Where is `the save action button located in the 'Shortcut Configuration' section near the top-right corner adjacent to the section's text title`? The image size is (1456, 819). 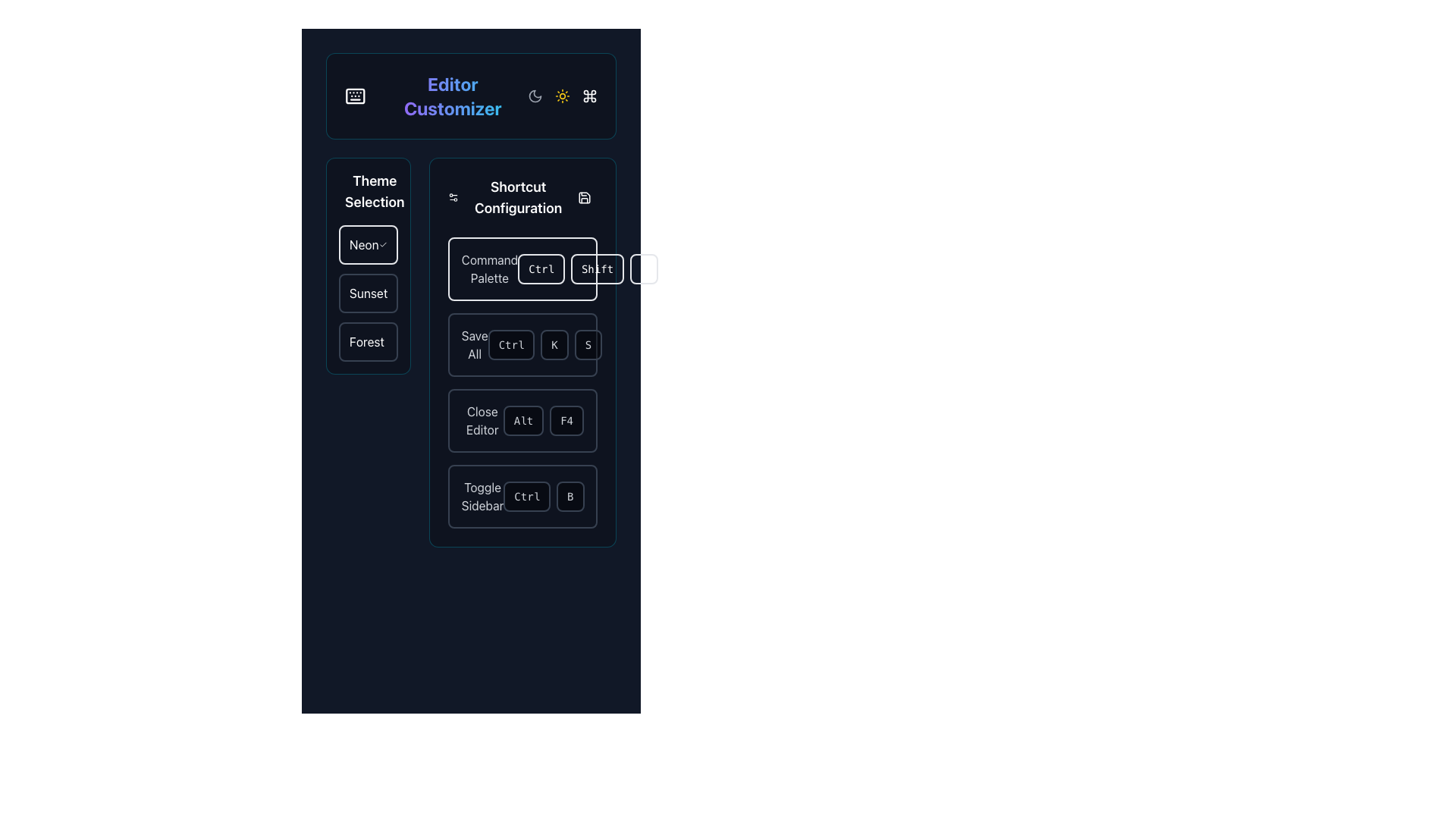
the save action button located in the 'Shortcut Configuration' section near the top-right corner adjacent to the section's text title is located at coordinates (584, 197).